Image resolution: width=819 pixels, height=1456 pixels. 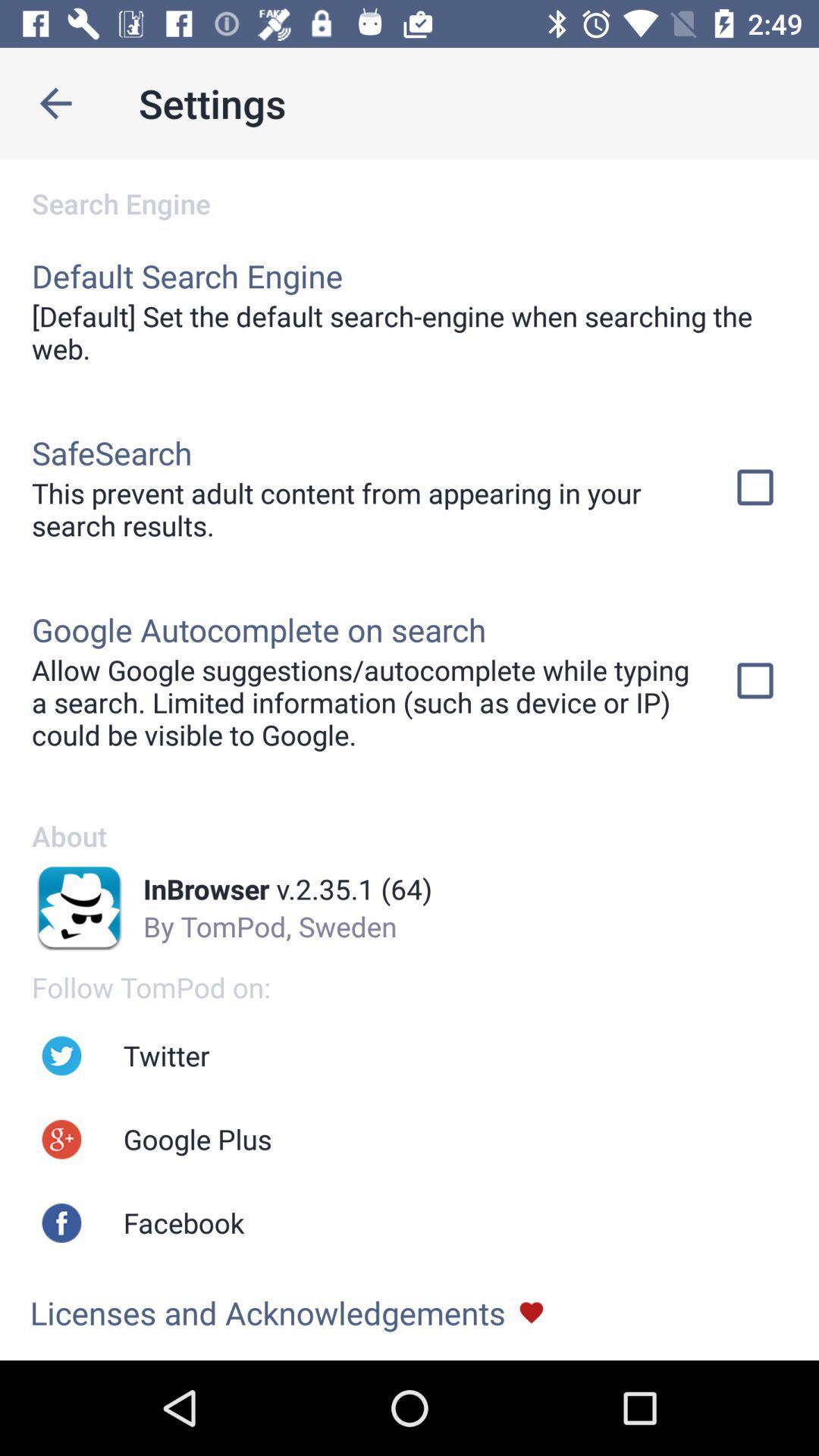 What do you see at coordinates (362, 509) in the screenshot?
I see `item above google autocomplete on` at bounding box center [362, 509].